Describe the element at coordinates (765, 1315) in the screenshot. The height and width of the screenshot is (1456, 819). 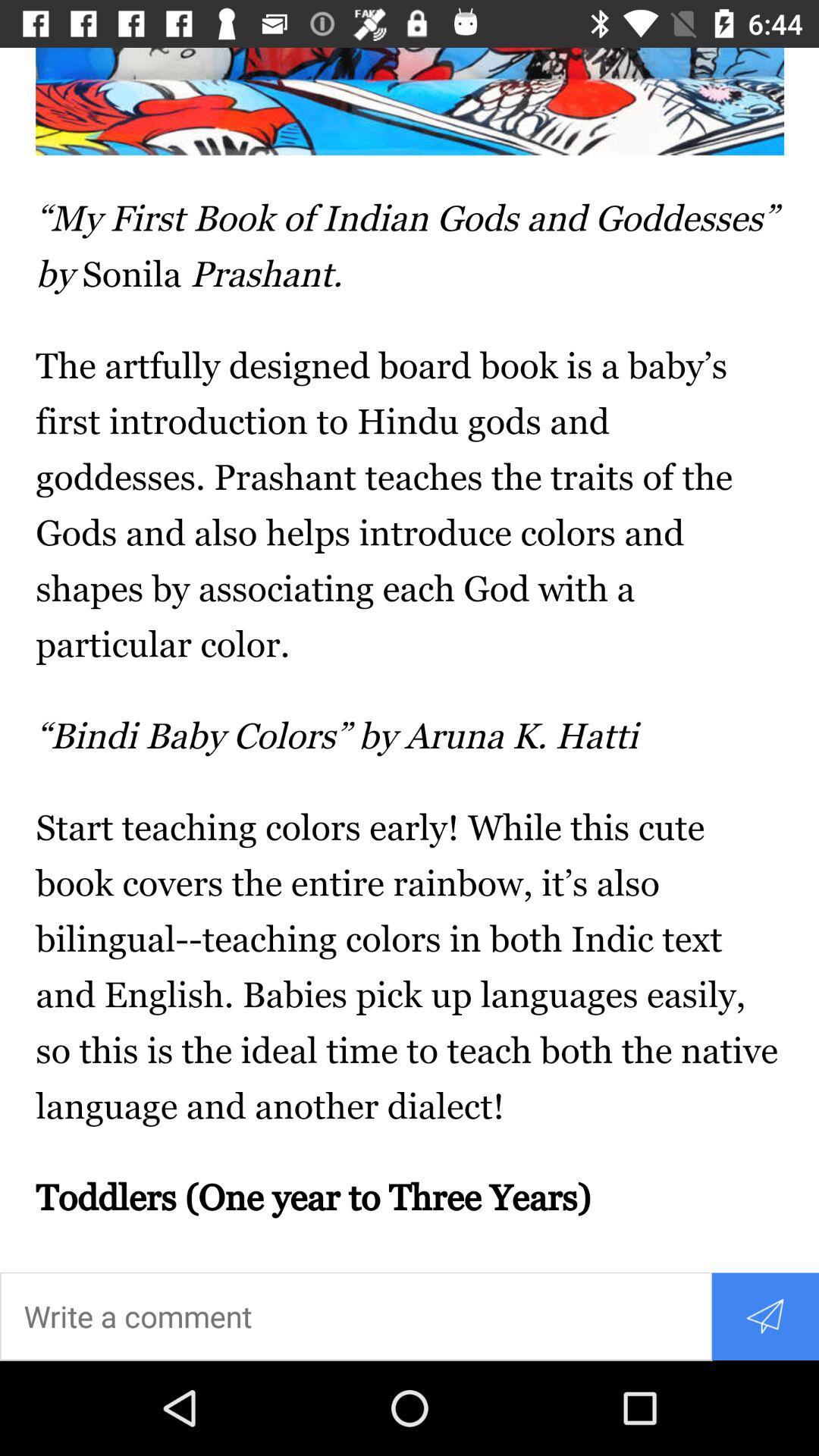
I see `send comment` at that location.